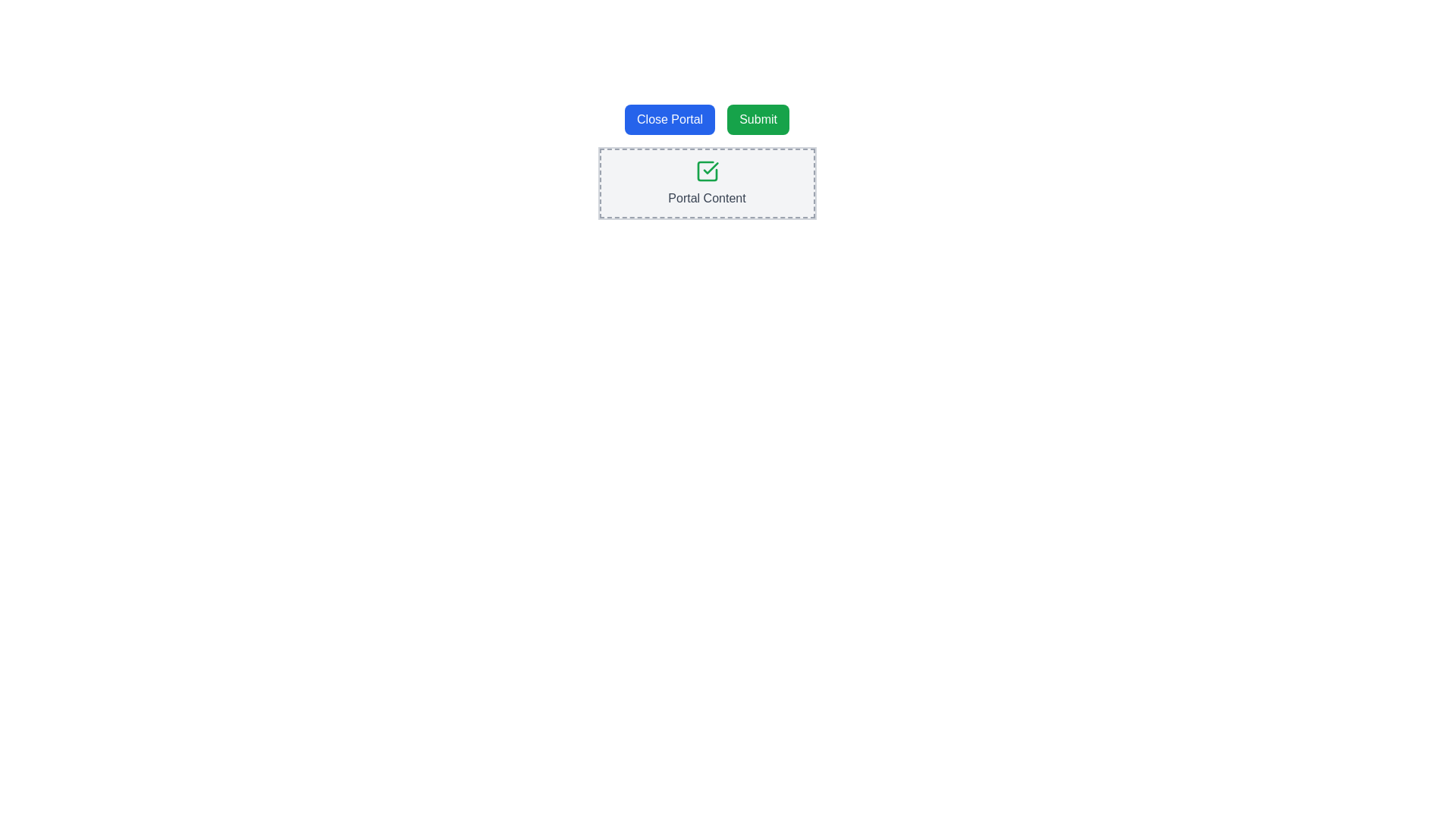 This screenshot has width=1456, height=819. I want to click on the 'Submit' button, which is the rightmost interactive component in the horizontal row layout, so click(758, 119).